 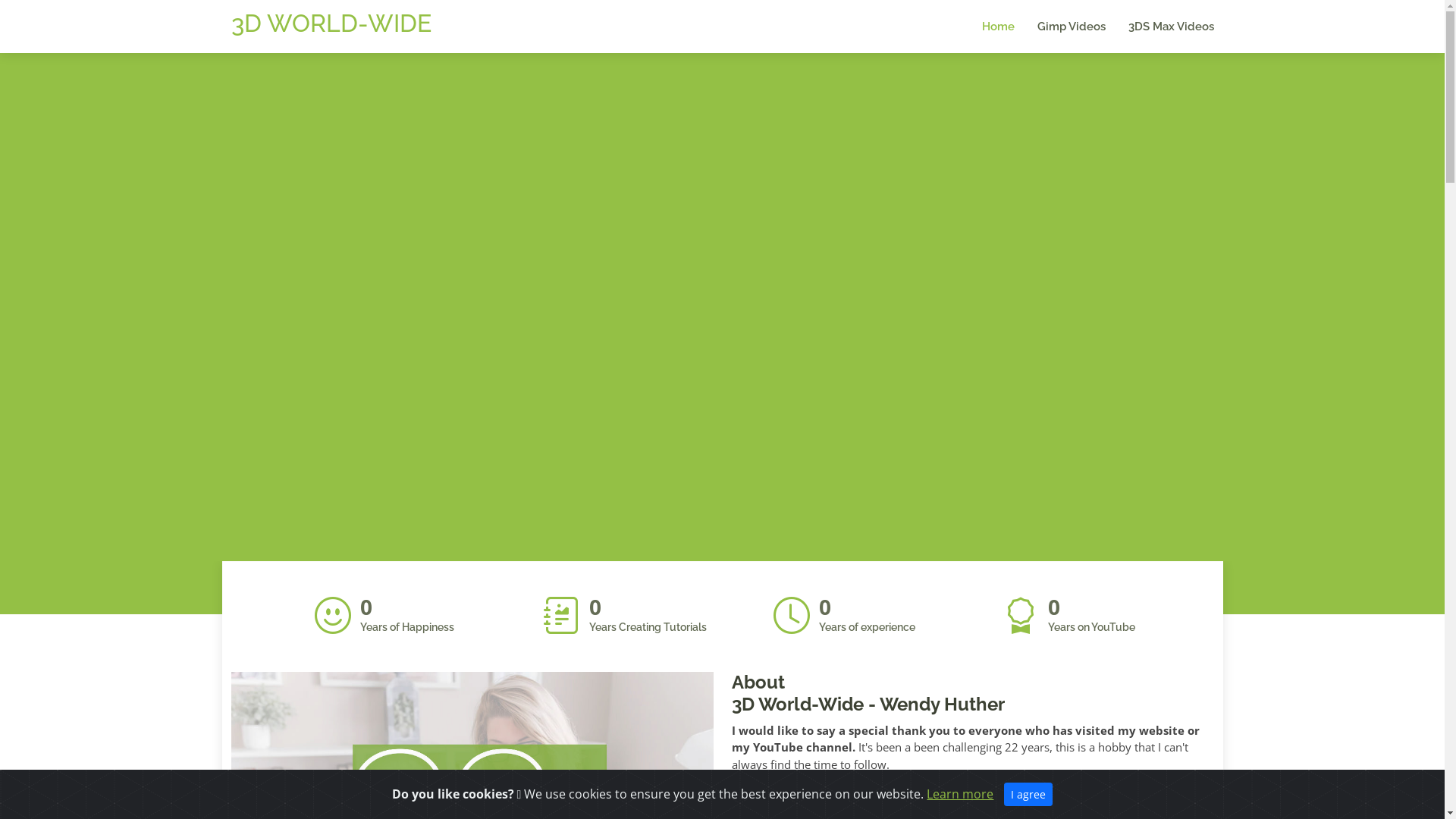 I want to click on 'Gimp Videos', so click(x=1059, y=27).